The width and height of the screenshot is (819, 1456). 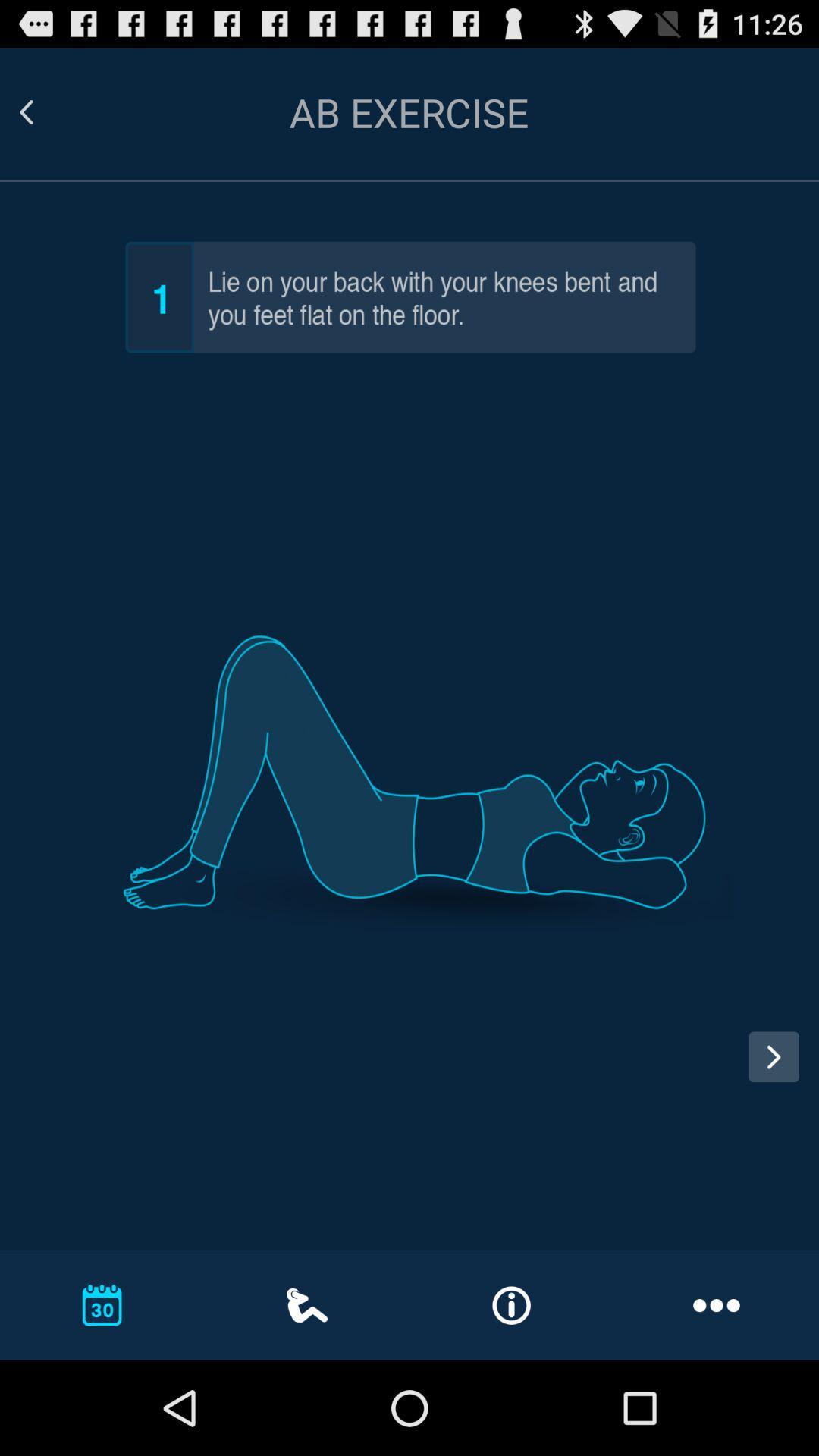 What do you see at coordinates (44, 111) in the screenshot?
I see `previous screen` at bounding box center [44, 111].